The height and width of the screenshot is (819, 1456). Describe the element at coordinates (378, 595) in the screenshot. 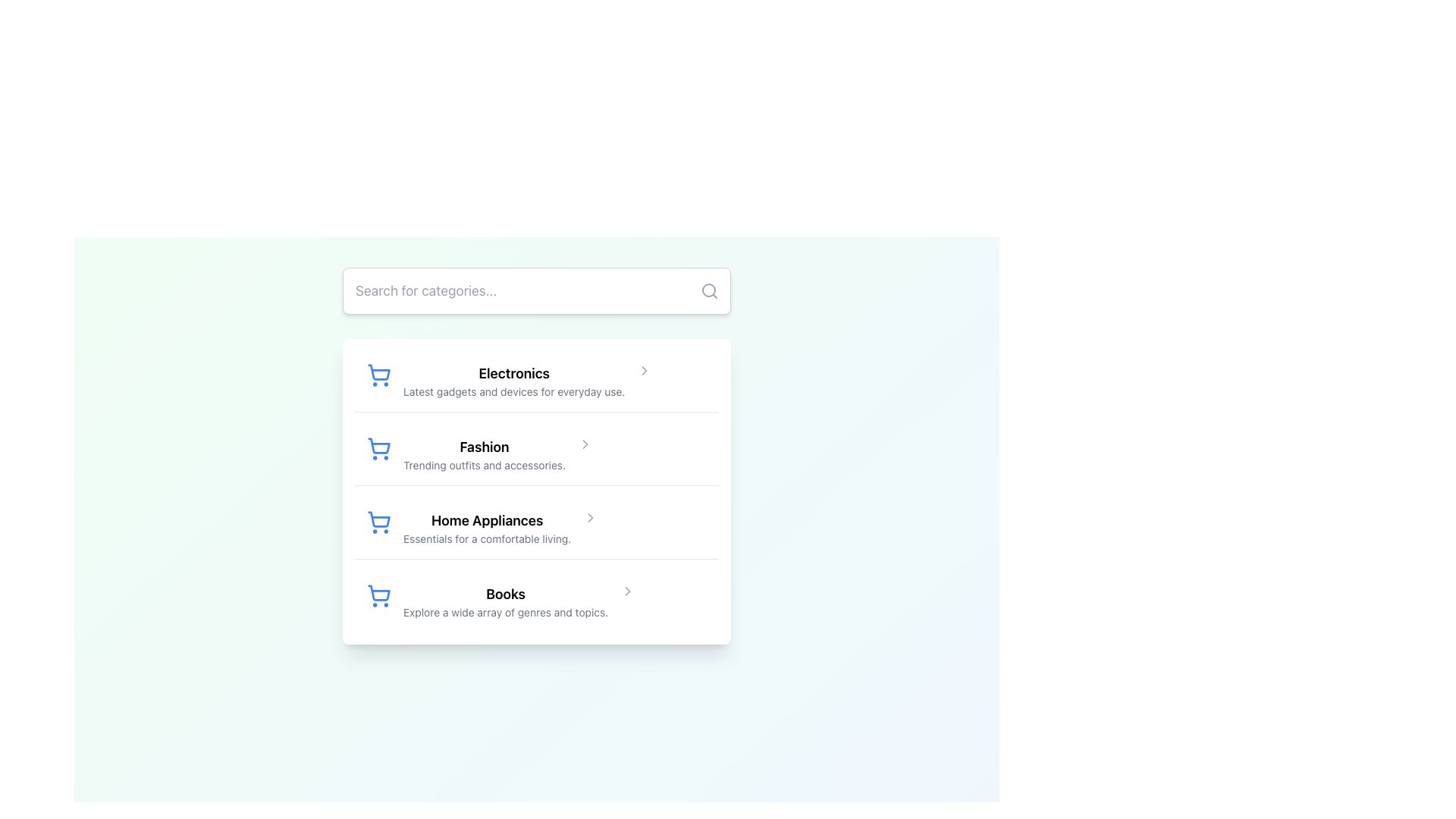

I see `the leftmost icon in the last row of the list that represents the 'Books' category` at that location.